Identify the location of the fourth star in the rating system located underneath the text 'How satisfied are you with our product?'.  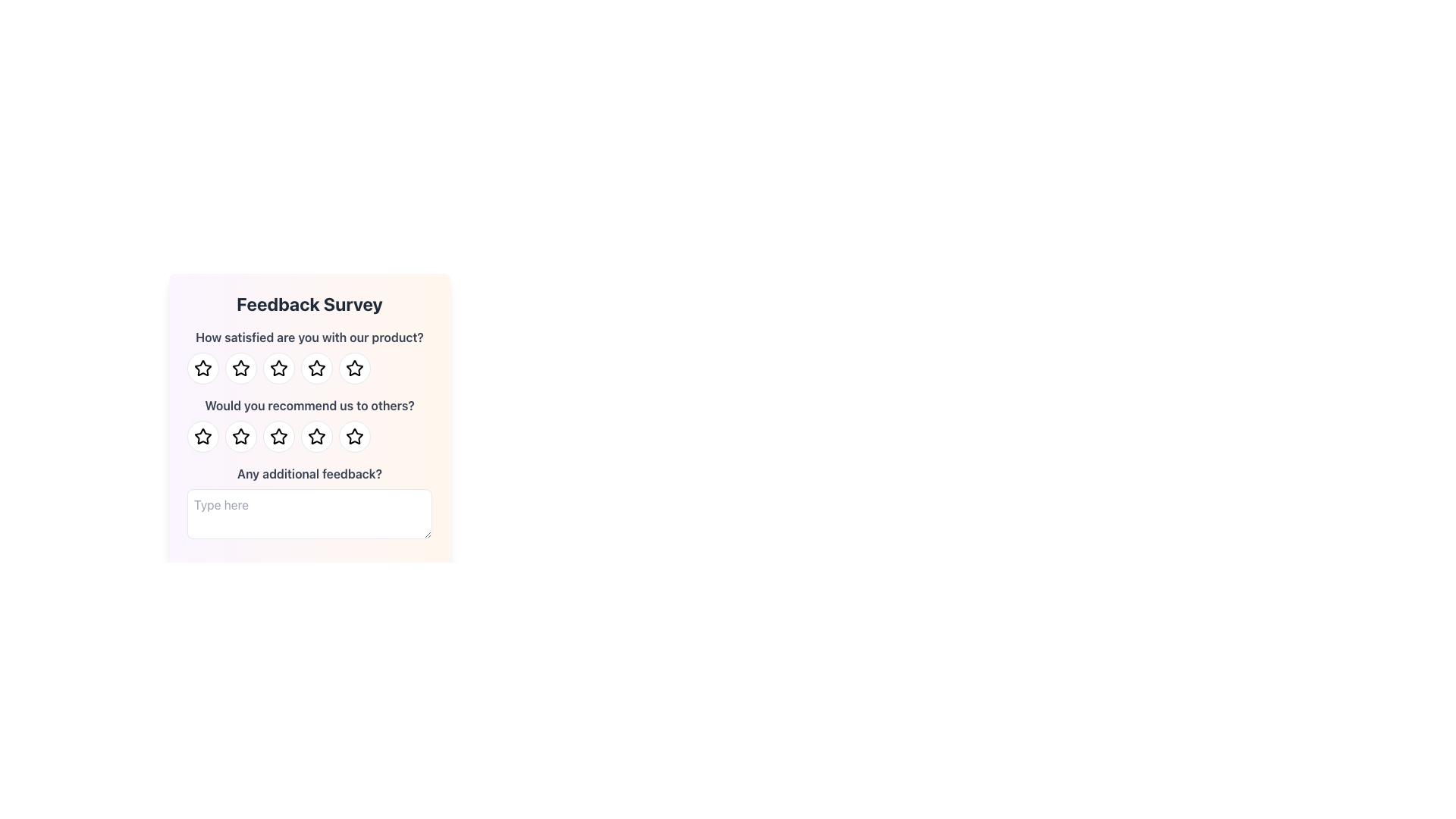
(309, 369).